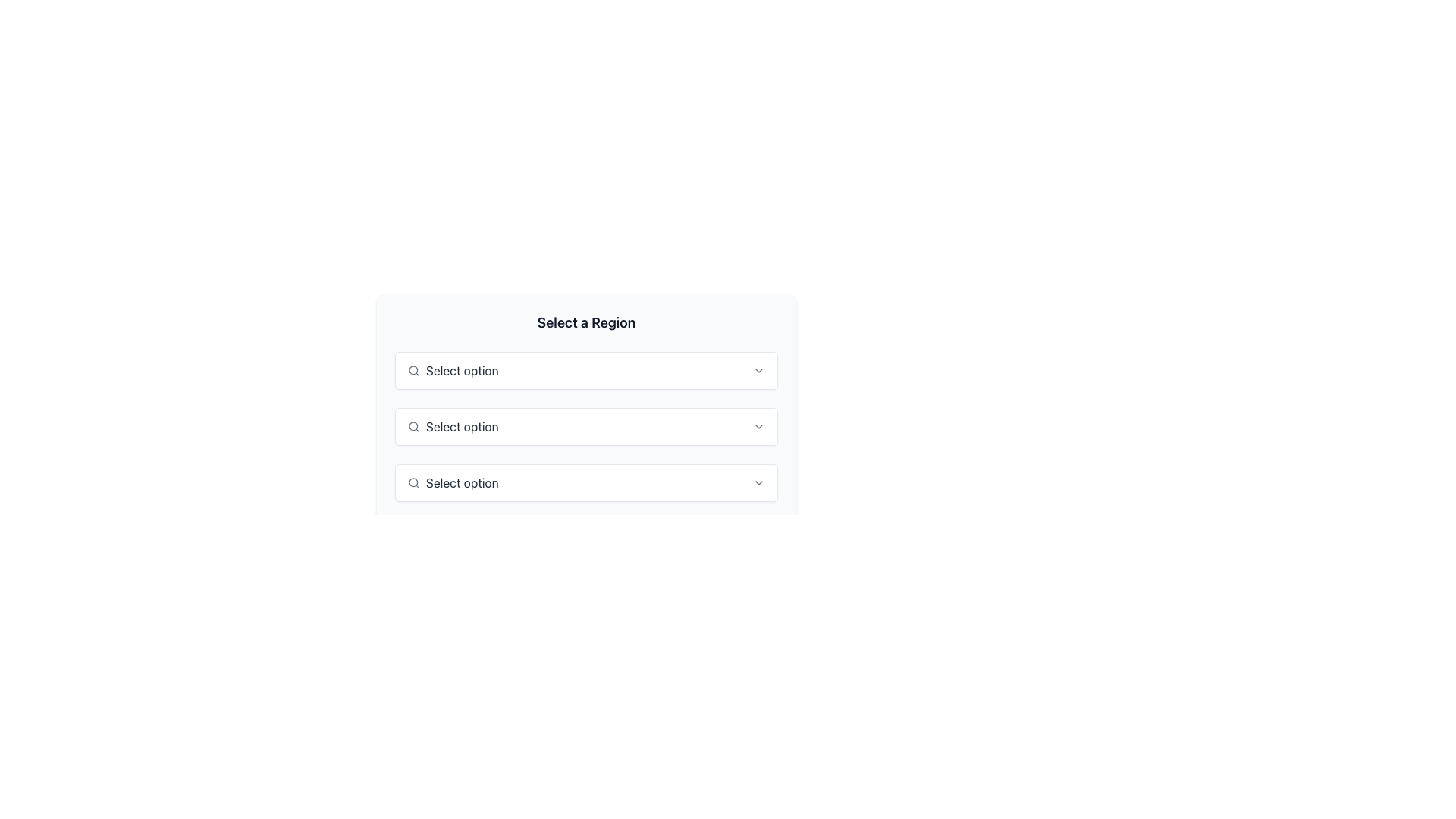 This screenshot has width=1456, height=819. I want to click on the search icon located in the second dropdown option, aligned to the left, which indicates an input field for querying or selecting options, so click(413, 426).